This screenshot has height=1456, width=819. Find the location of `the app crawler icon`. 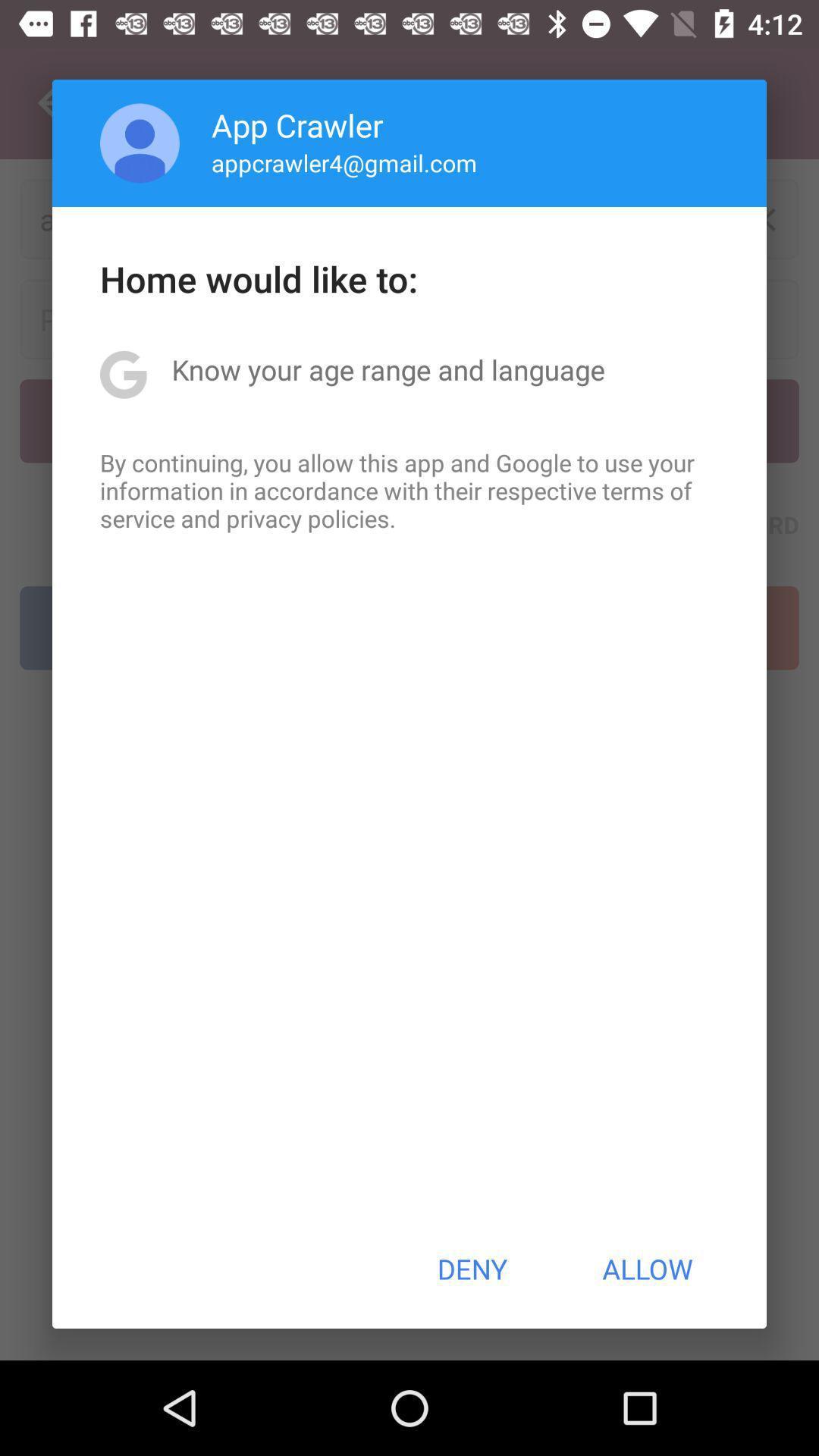

the app crawler icon is located at coordinates (297, 124).